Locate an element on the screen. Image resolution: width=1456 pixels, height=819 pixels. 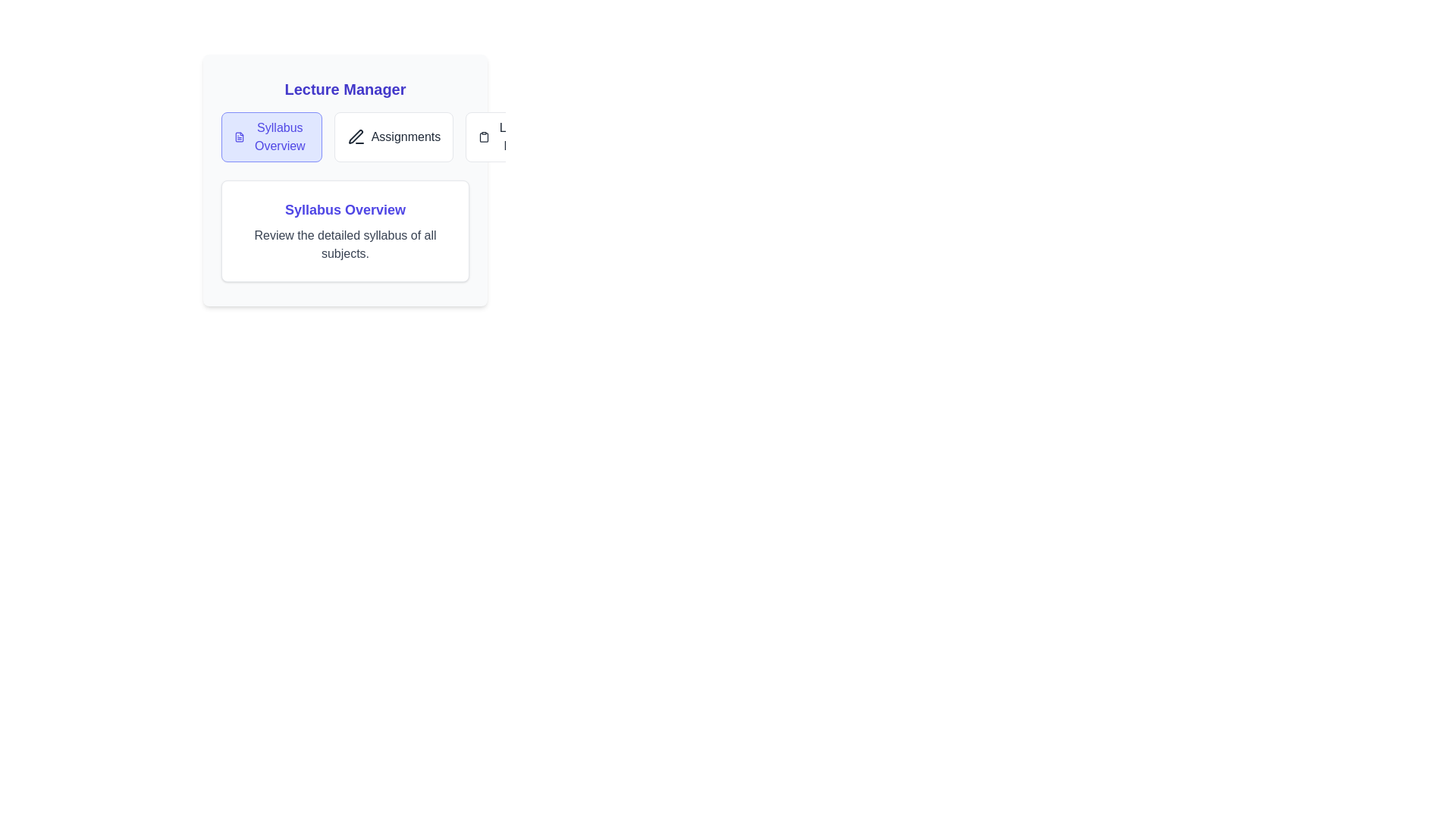
the second button in the 'Lecture Manager' interface that navigates to the assignments section is located at coordinates (394, 137).